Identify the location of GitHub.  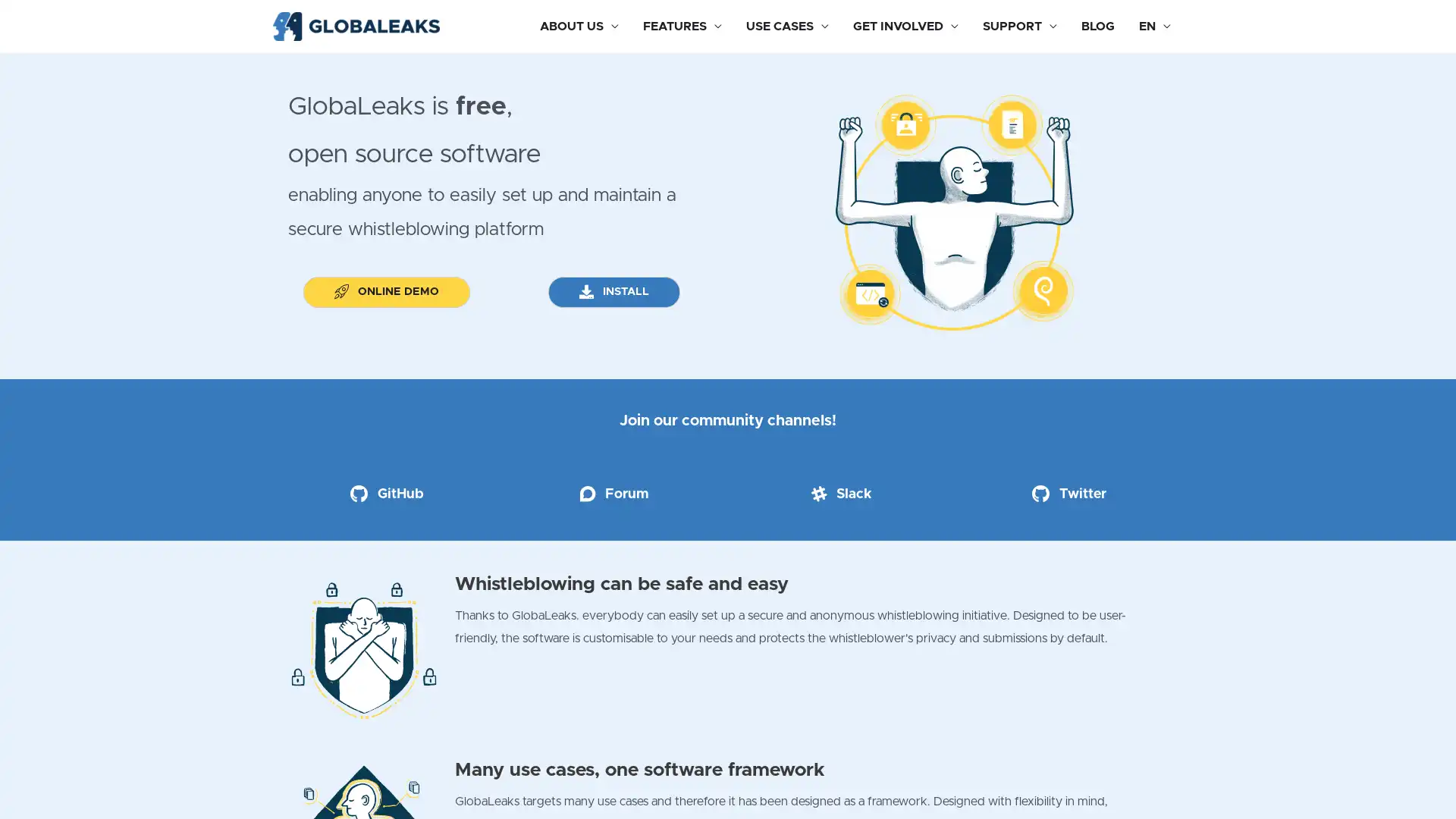
(386, 494).